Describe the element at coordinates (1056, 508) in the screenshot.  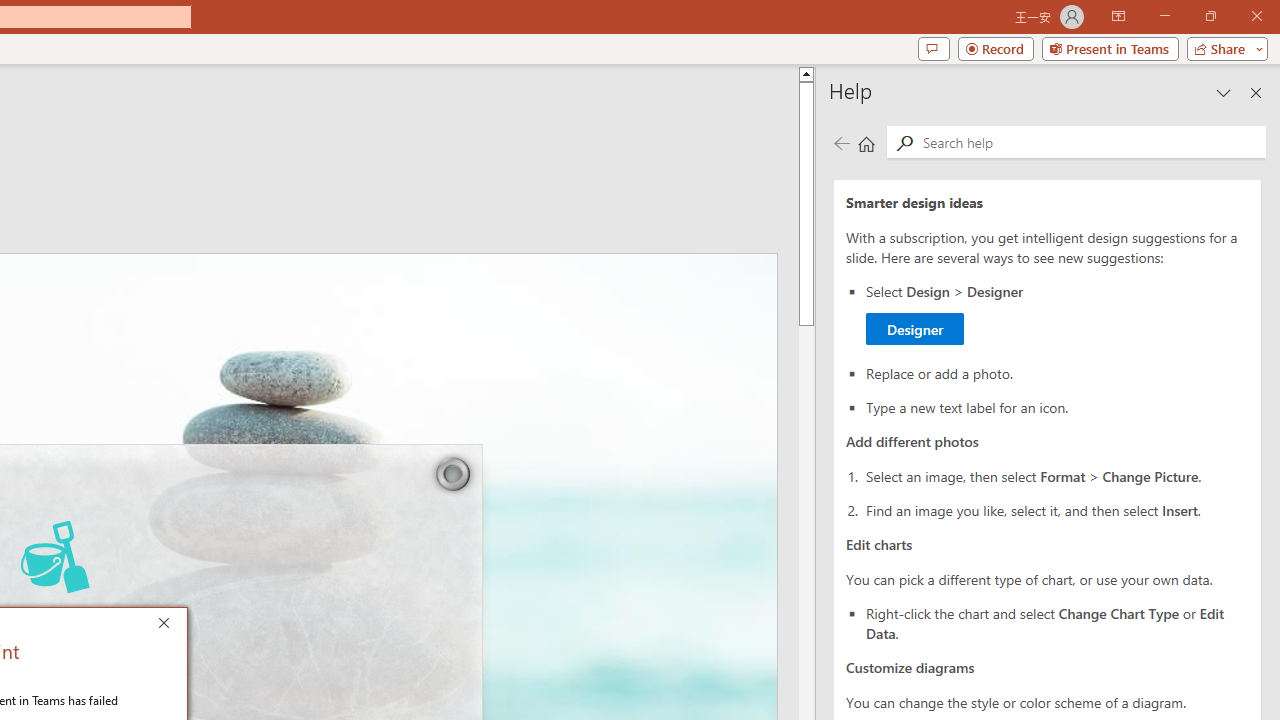
I see `'Find an image you like, select it, and then select Insert.'` at that location.